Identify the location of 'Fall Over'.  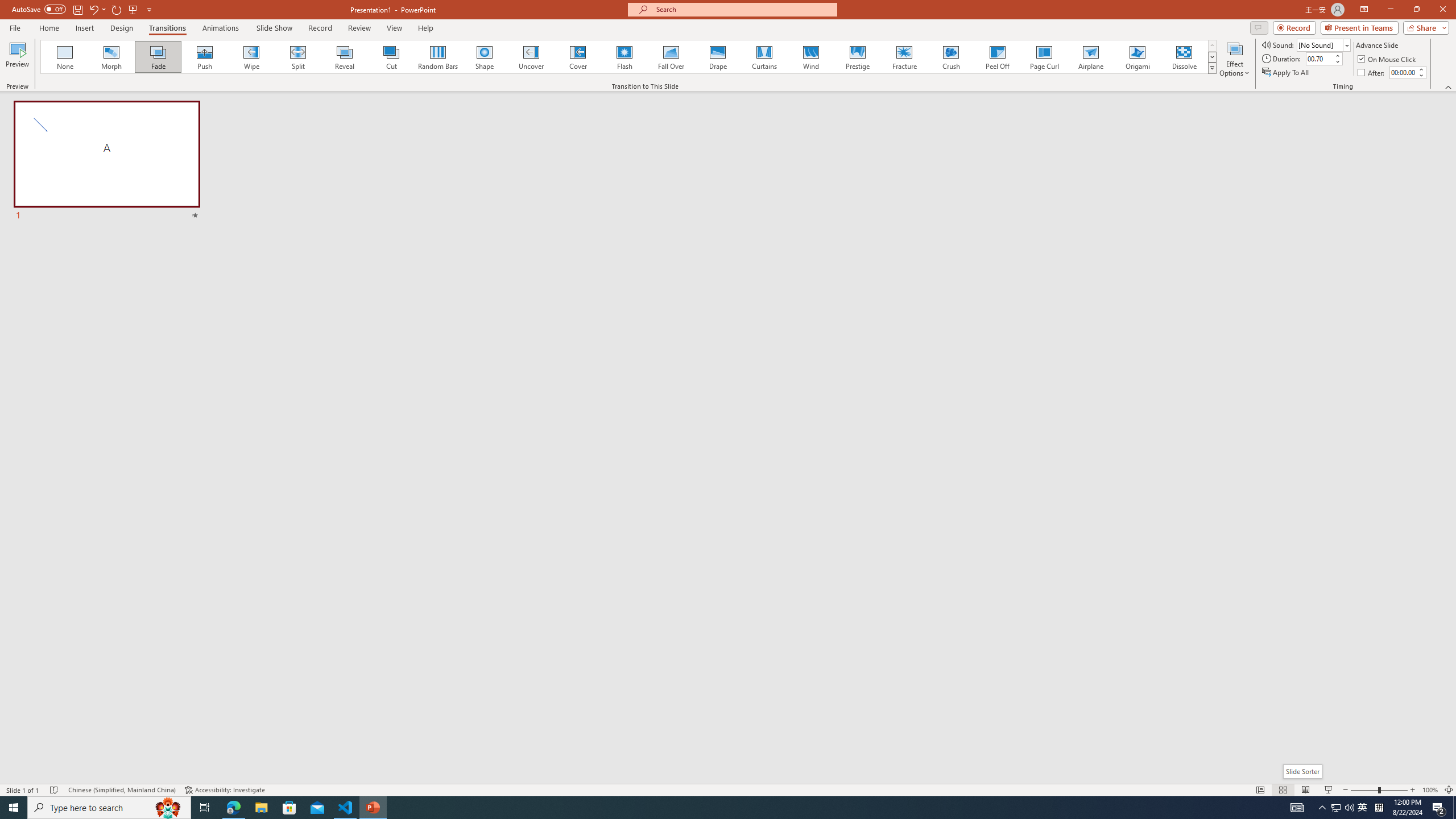
(671, 56).